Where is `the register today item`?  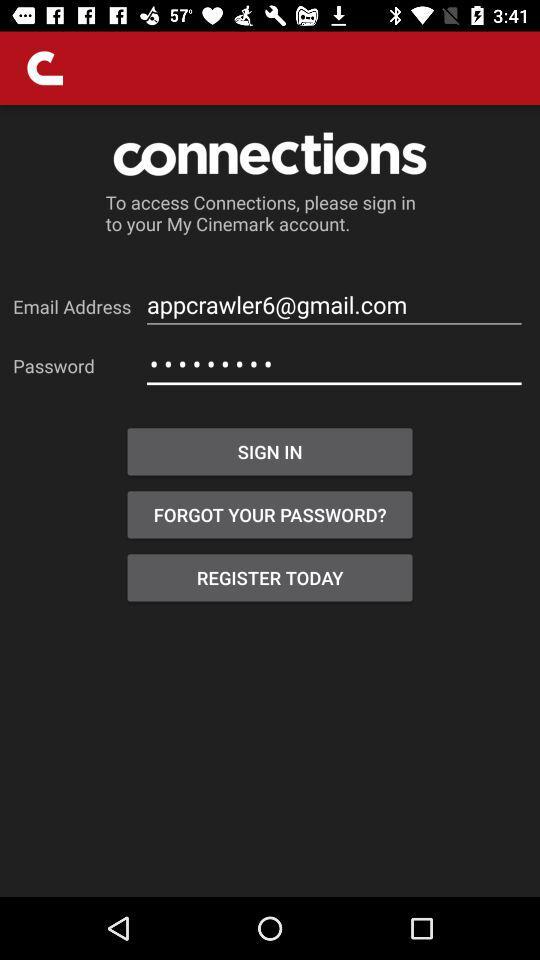
the register today item is located at coordinates (270, 577).